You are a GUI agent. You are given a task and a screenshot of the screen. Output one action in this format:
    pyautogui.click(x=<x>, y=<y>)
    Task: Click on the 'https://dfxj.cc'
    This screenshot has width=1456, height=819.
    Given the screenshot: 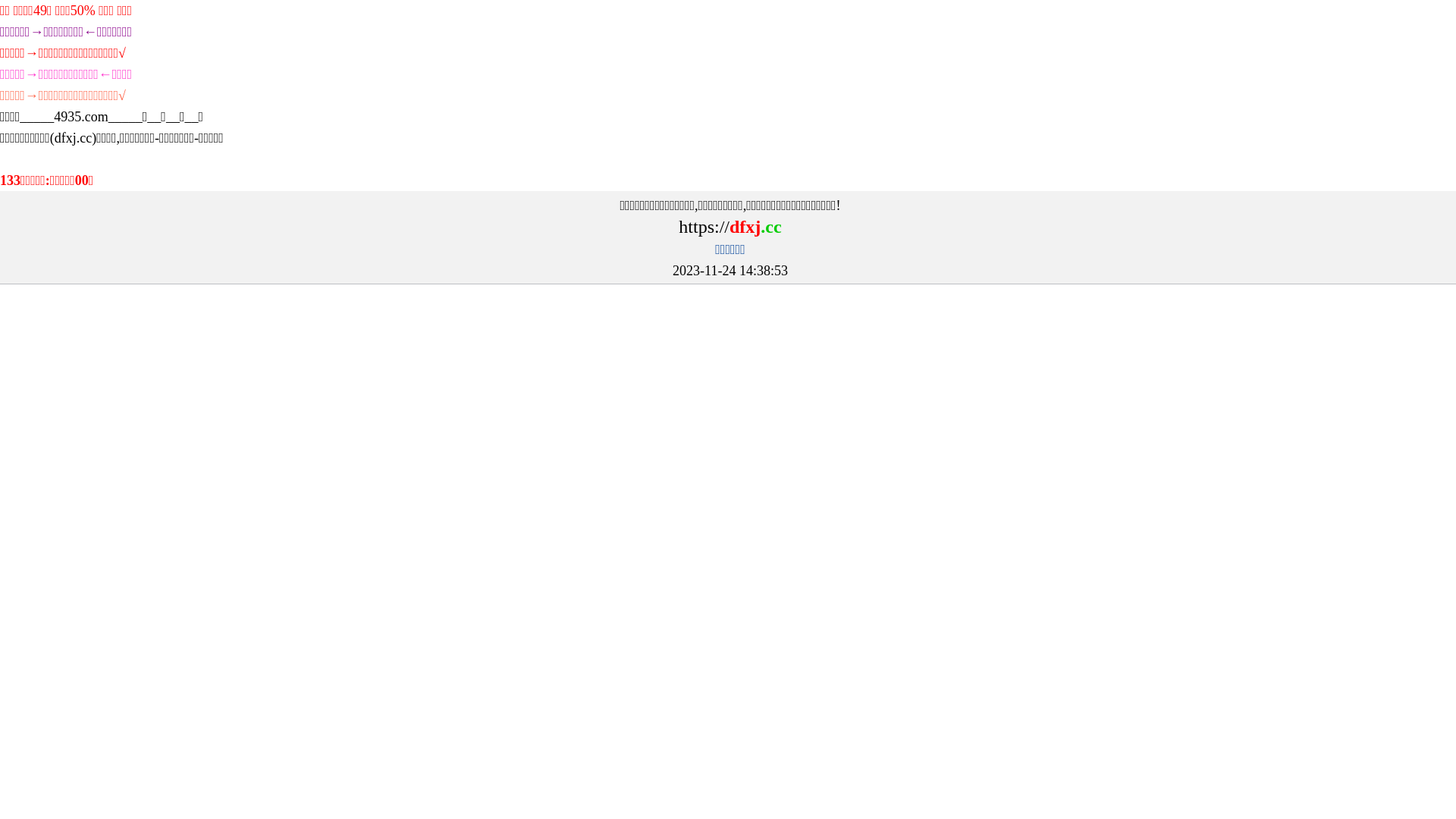 What is the action you would take?
    pyautogui.click(x=677, y=227)
    